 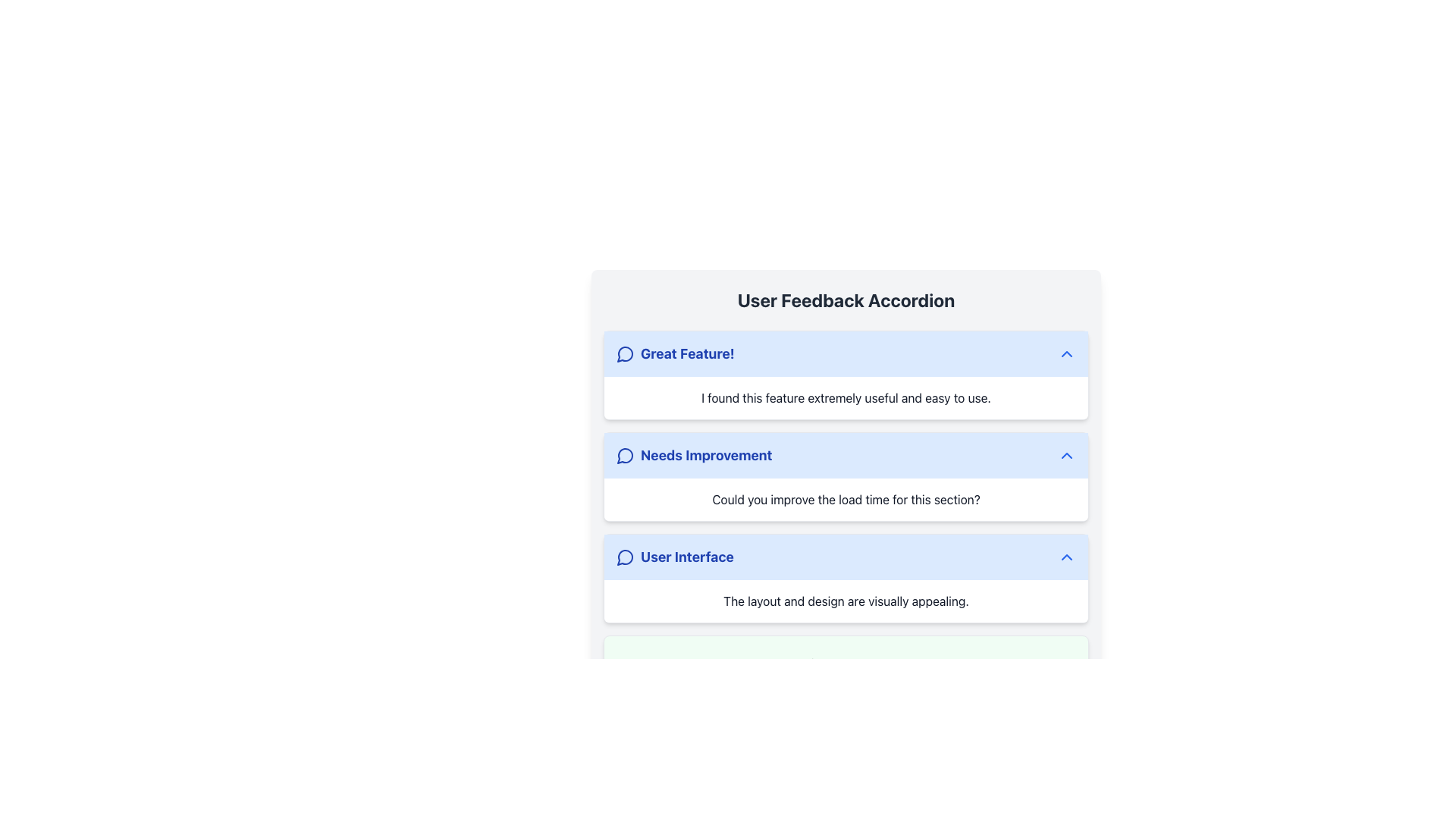 What do you see at coordinates (674, 557) in the screenshot?
I see `the label with associated icon that serves as the title for the accordion section to focus on the related content` at bounding box center [674, 557].